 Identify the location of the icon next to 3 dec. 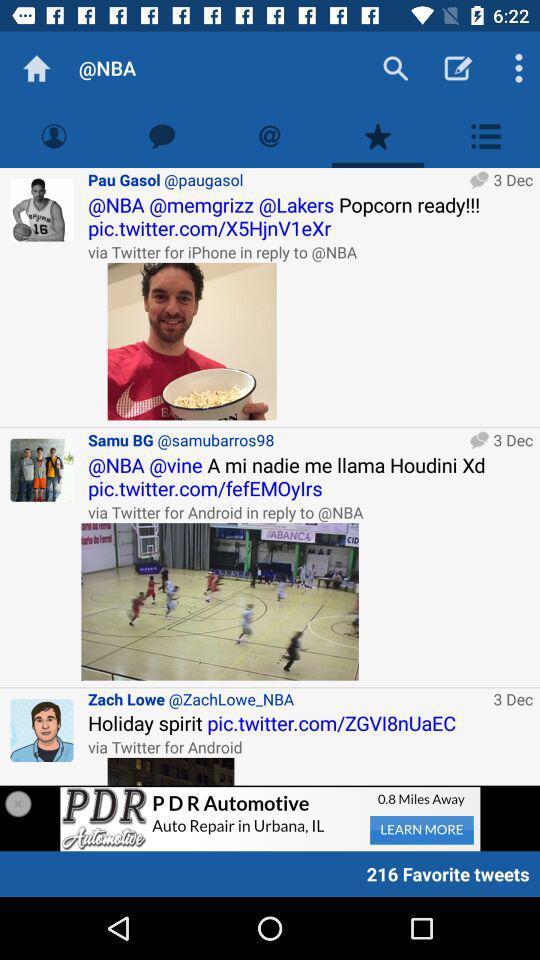
(219, 600).